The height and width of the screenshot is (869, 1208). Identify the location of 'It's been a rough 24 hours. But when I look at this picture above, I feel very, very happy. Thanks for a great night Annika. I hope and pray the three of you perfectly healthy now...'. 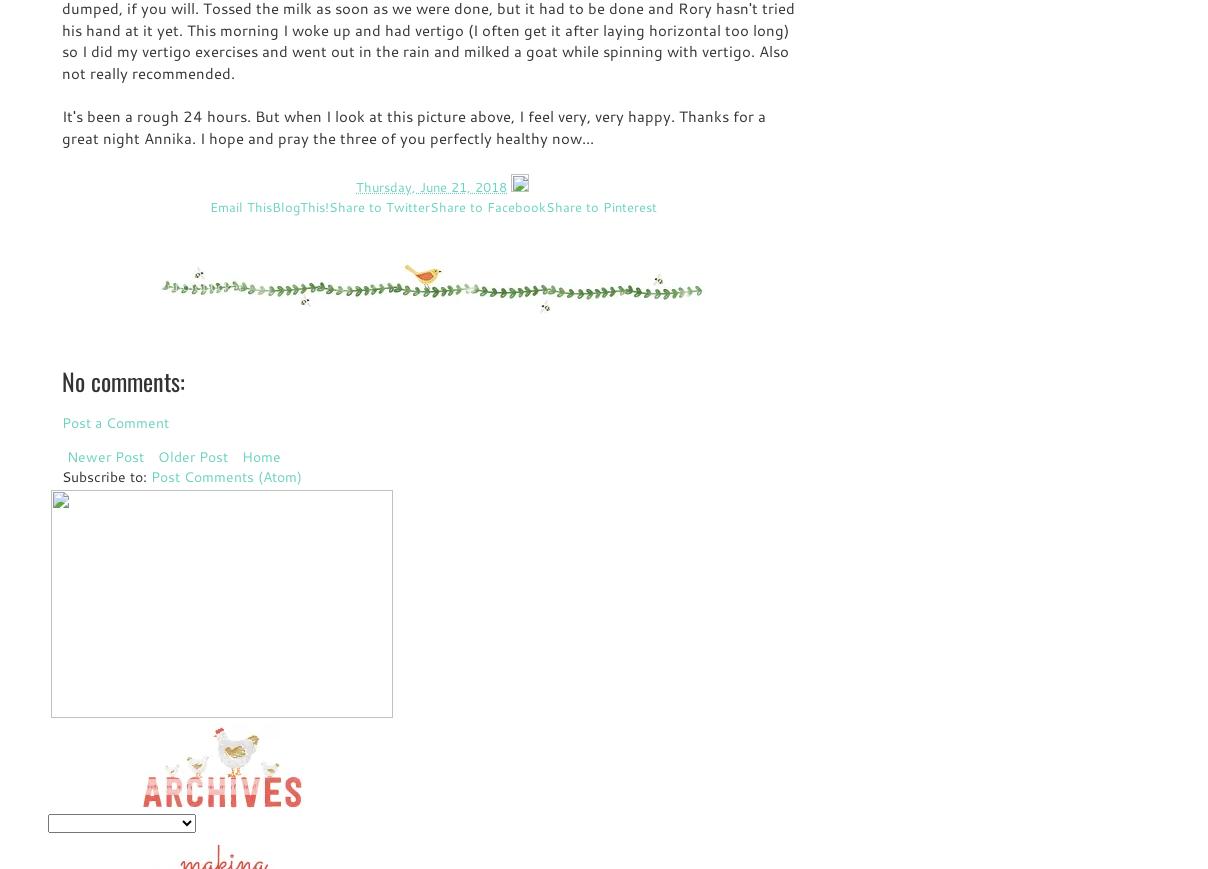
(412, 125).